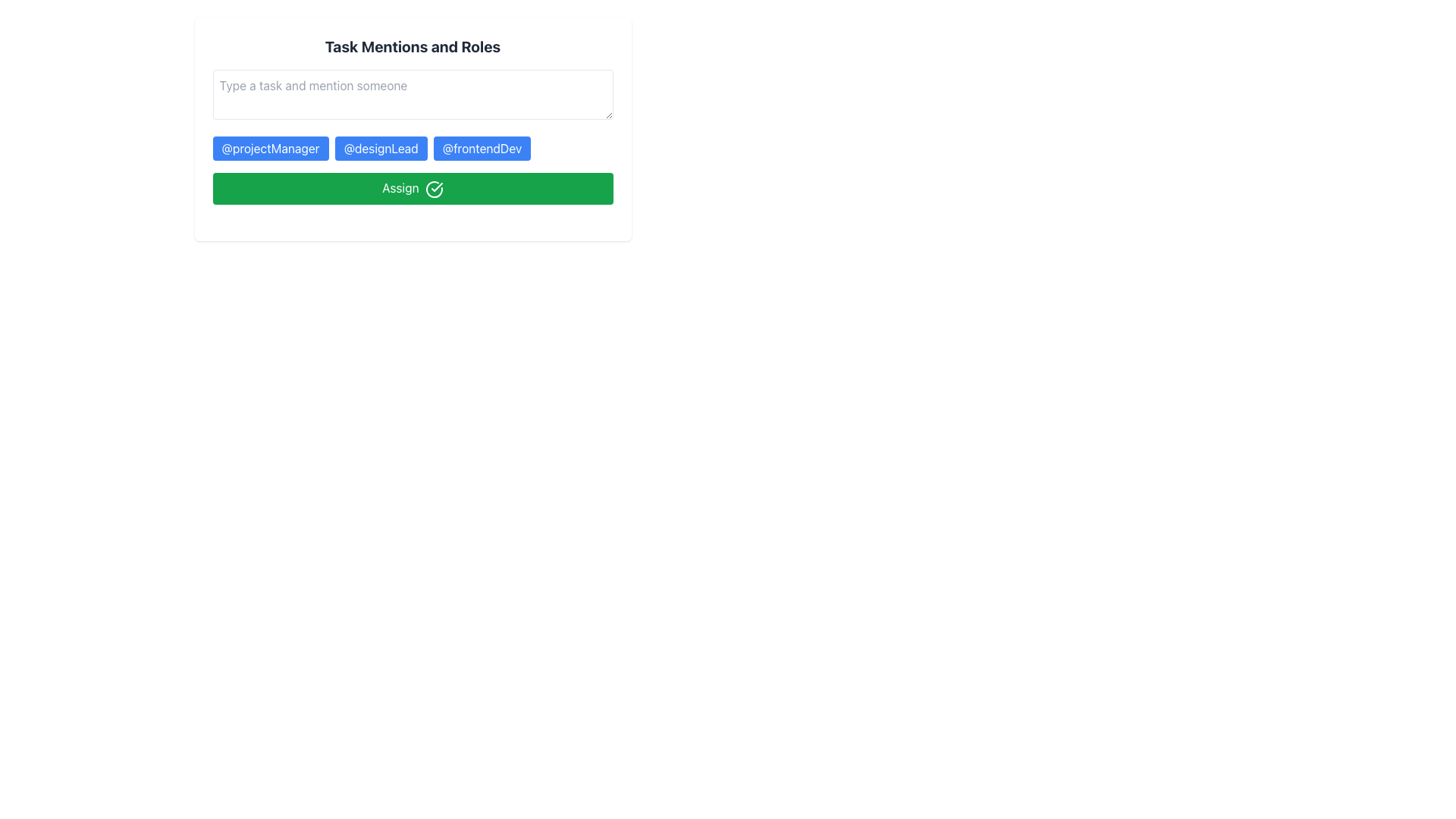 The height and width of the screenshot is (819, 1456). What do you see at coordinates (413, 45) in the screenshot?
I see `the Text Label that serves as a heading for the interface section, providing context to the user about the section below it` at bounding box center [413, 45].